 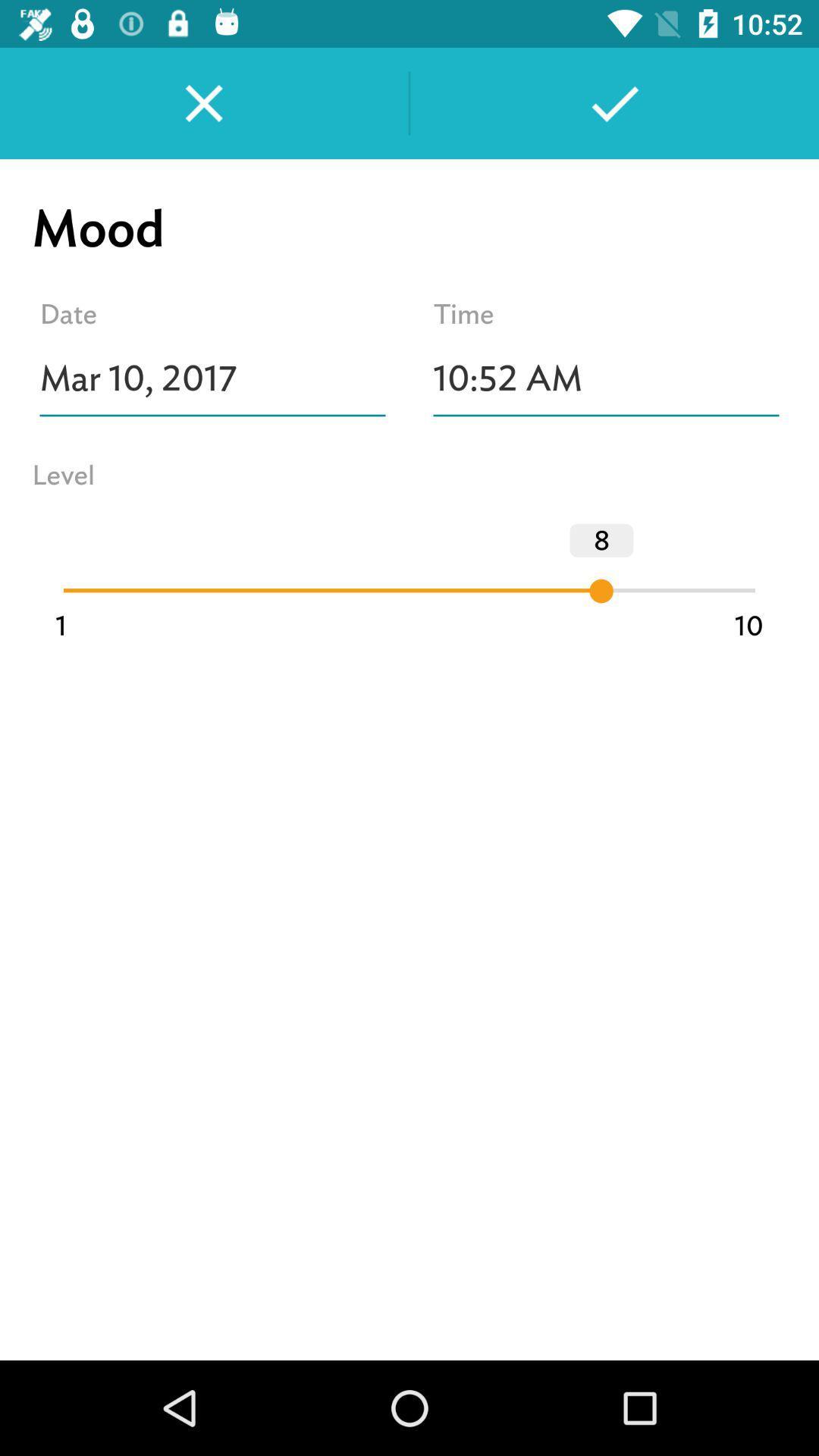 What do you see at coordinates (605, 378) in the screenshot?
I see `item next to the mar 10, 2017 item` at bounding box center [605, 378].